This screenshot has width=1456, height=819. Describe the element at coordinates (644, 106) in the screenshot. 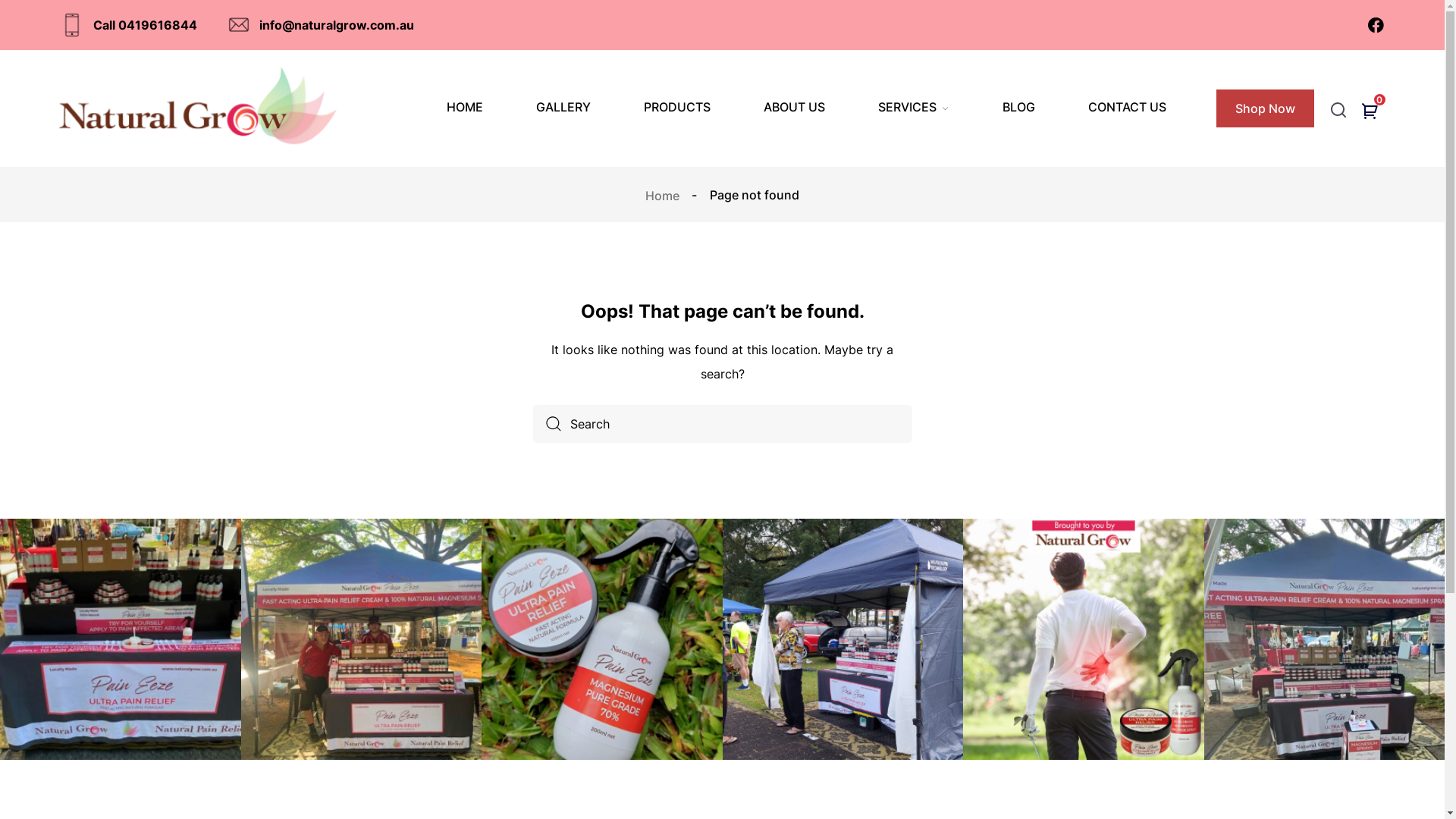

I see `'PRODUCTS'` at that location.